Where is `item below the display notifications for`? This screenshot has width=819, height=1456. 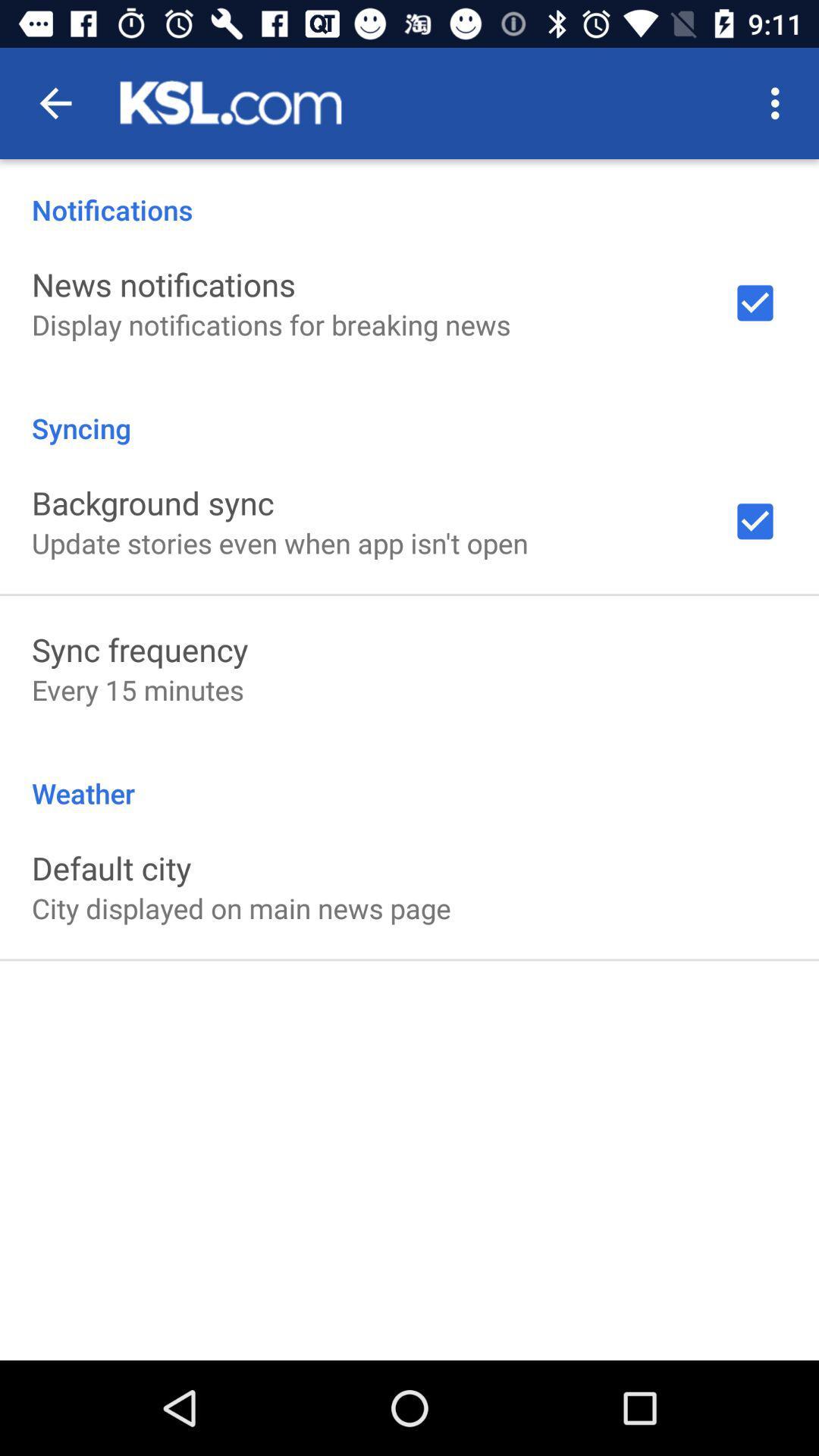
item below the display notifications for is located at coordinates (409, 412).